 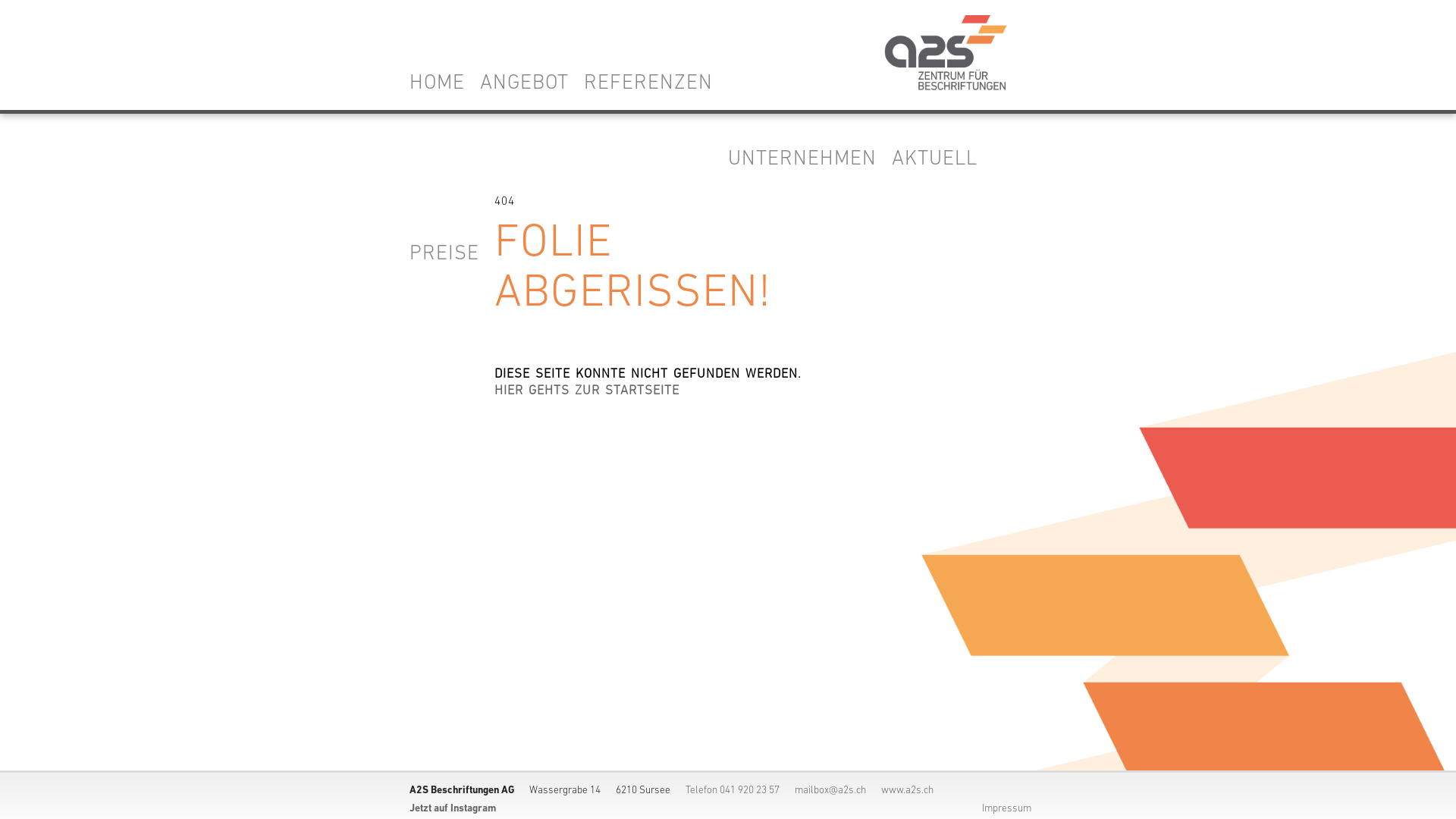 What do you see at coordinates (1006, 808) in the screenshot?
I see `'Impressum'` at bounding box center [1006, 808].